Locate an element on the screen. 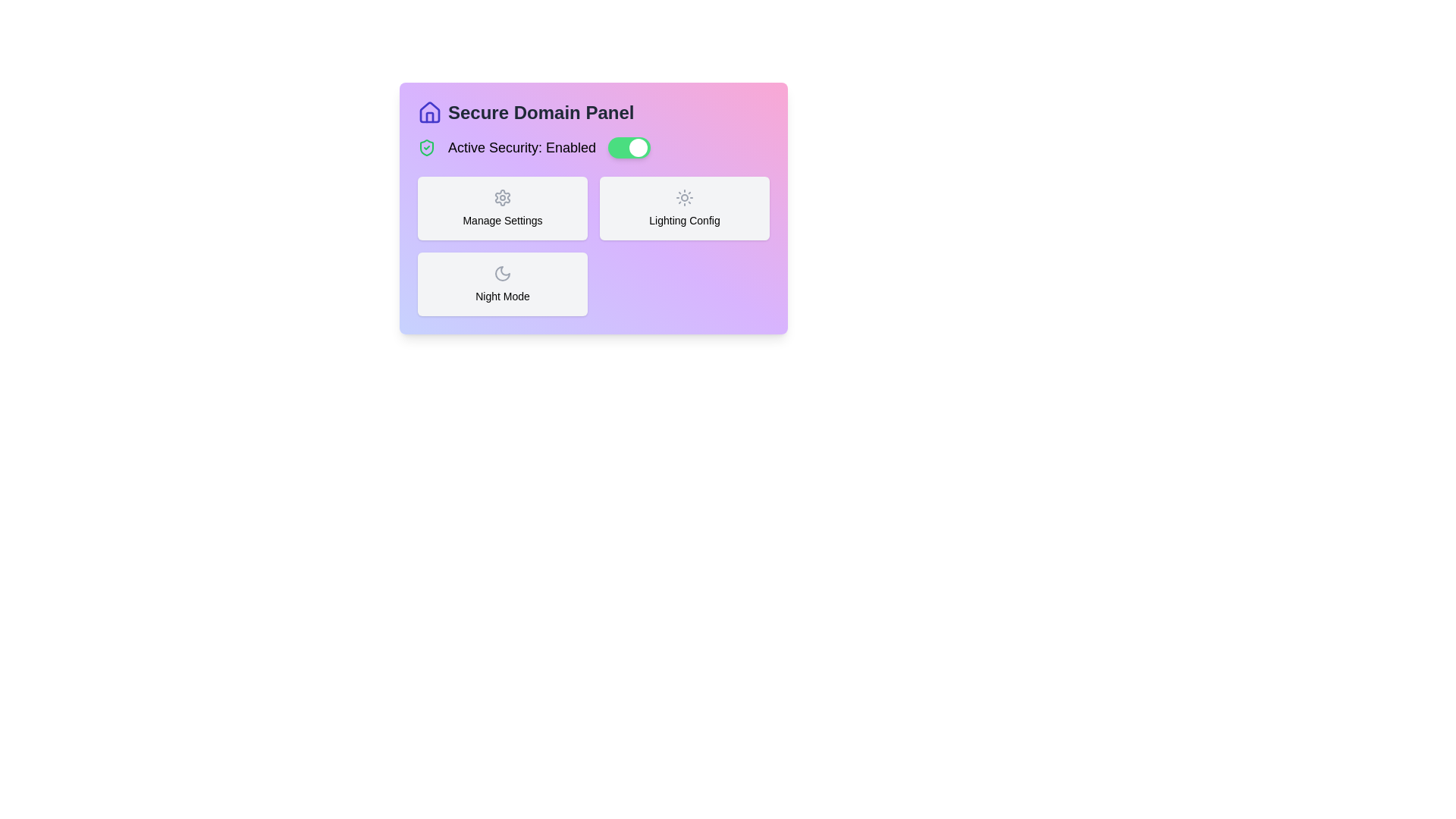 This screenshot has height=819, width=1456. the 'Manage Settings' text label, which is styled in dark gray on a light gray background and is centered within a rectangular button with a gear icon above it is located at coordinates (502, 220).